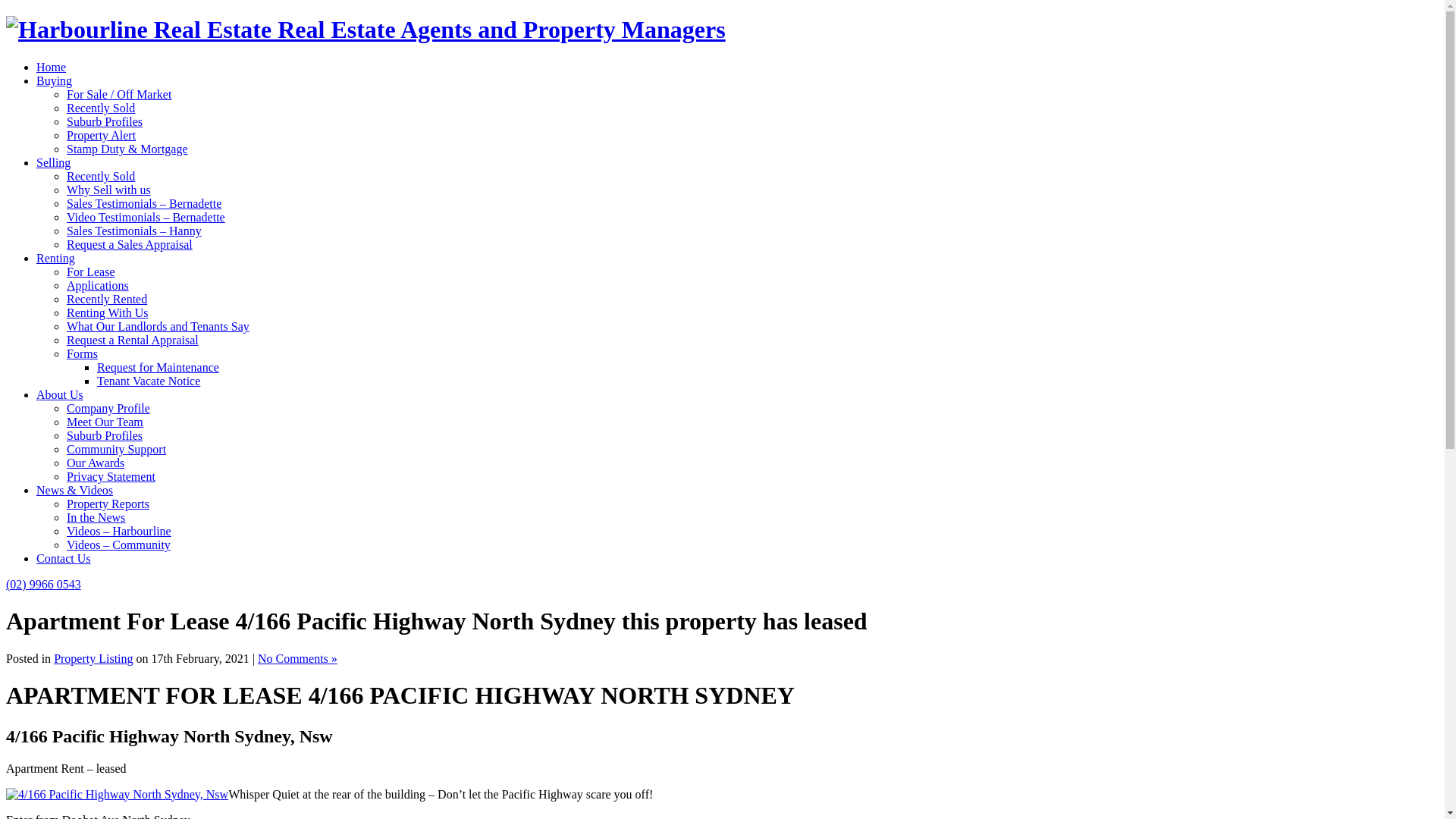  I want to click on 'Request a Rental Appraisal', so click(132, 339).